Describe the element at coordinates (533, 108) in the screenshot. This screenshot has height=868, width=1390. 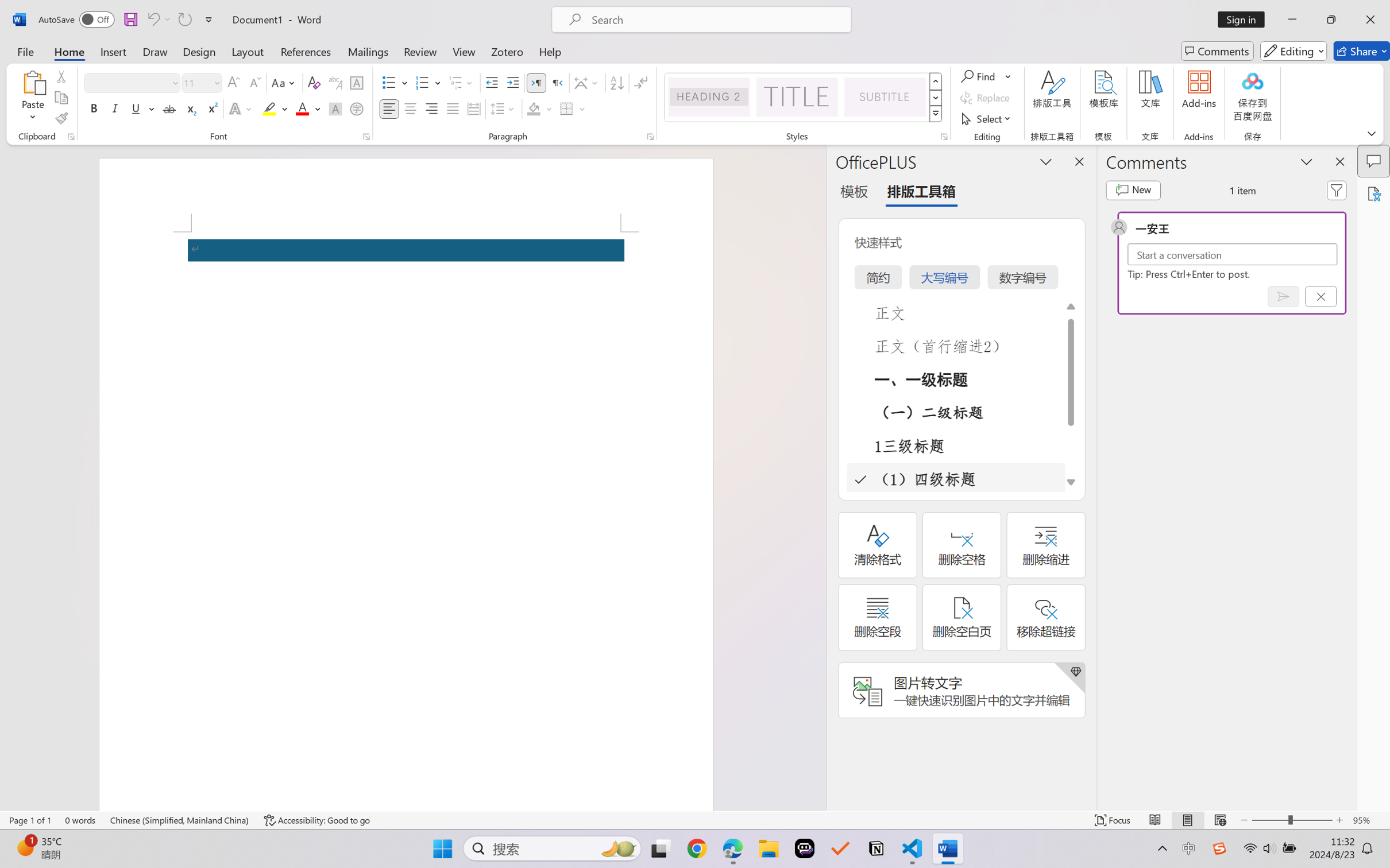
I see `'Shading No Color'` at that location.